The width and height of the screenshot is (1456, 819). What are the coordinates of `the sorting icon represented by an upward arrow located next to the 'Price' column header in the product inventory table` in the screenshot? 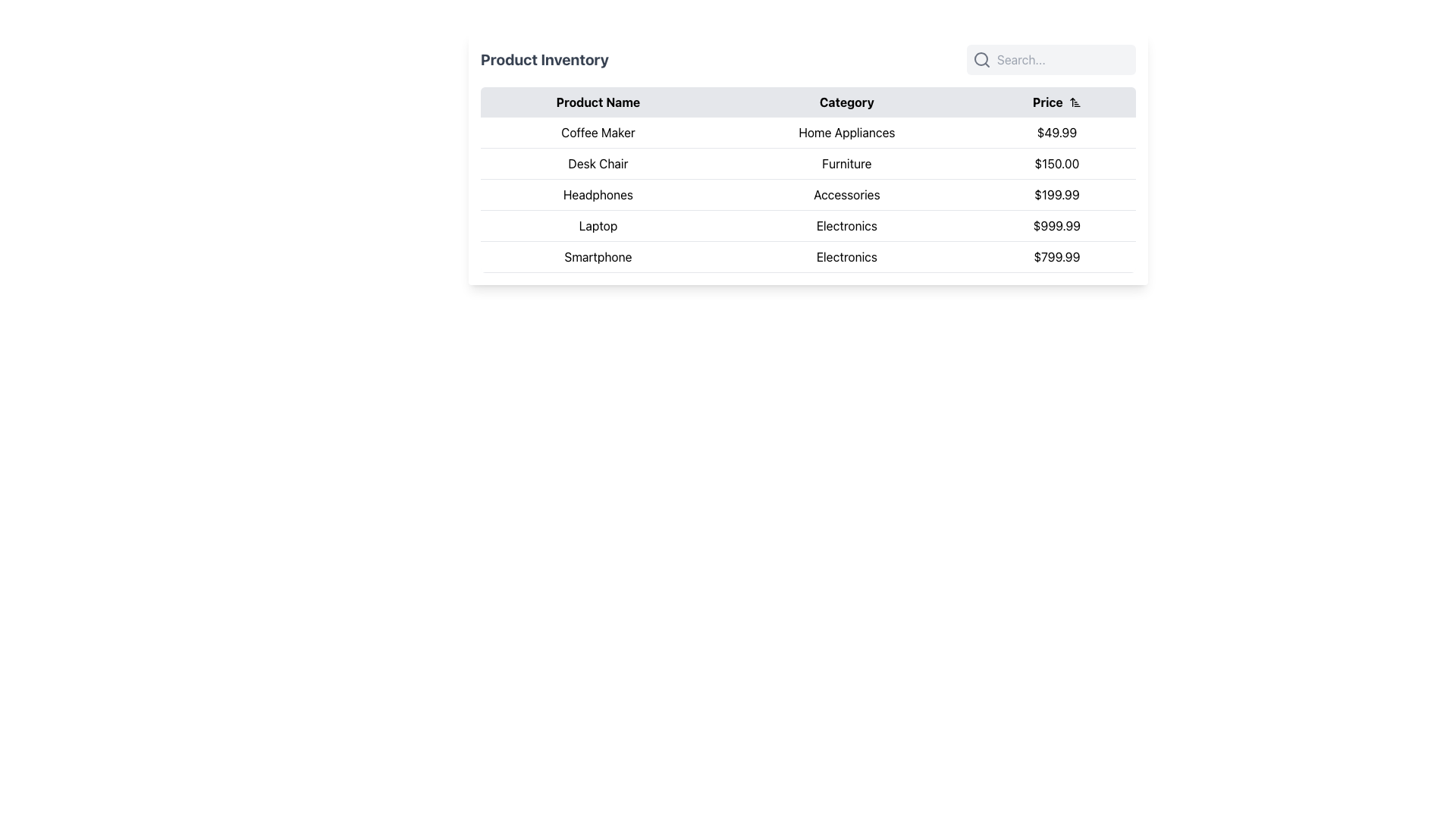 It's located at (1074, 102).